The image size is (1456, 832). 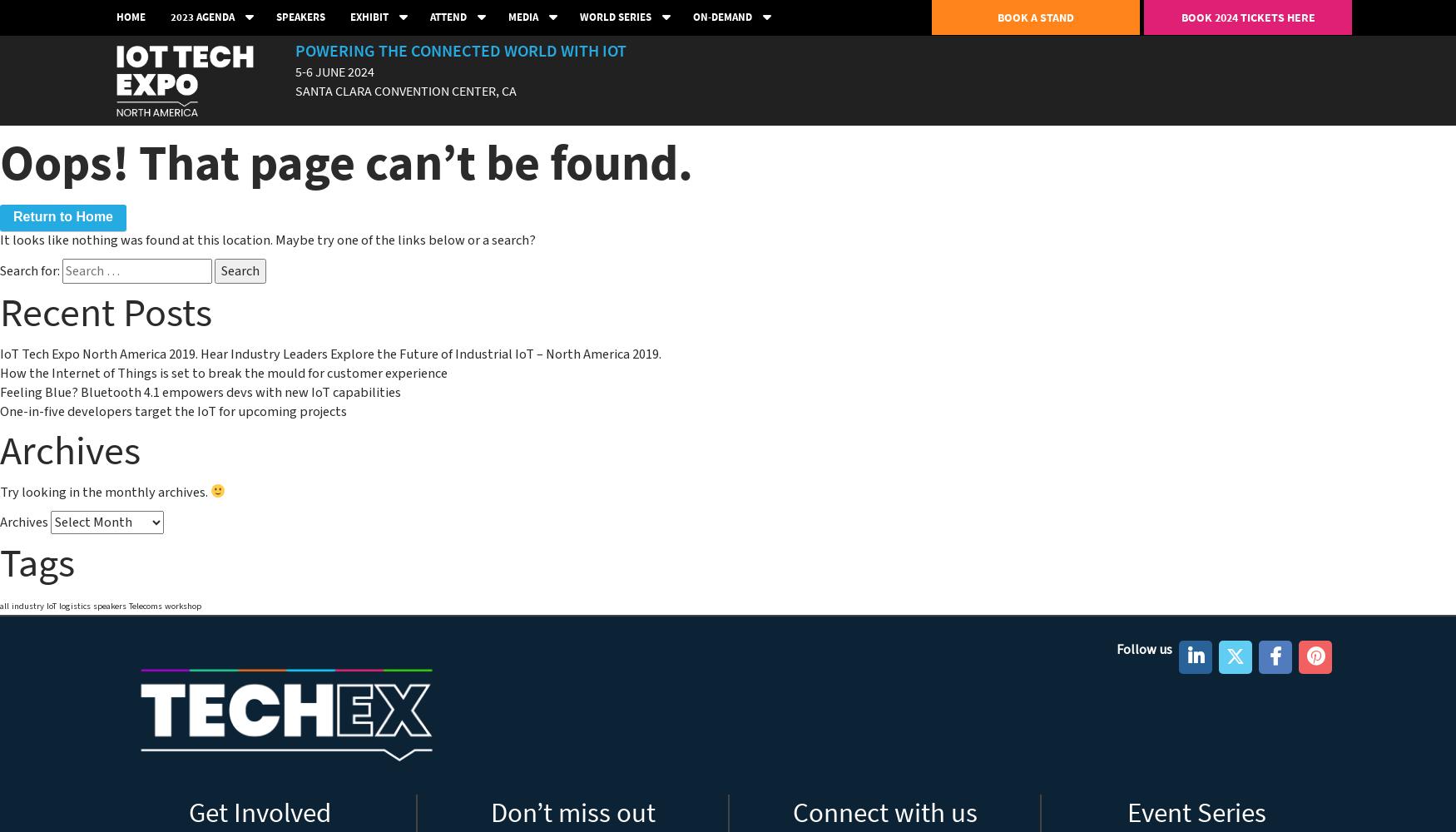 I want to click on 'Tags', so click(x=36, y=562).